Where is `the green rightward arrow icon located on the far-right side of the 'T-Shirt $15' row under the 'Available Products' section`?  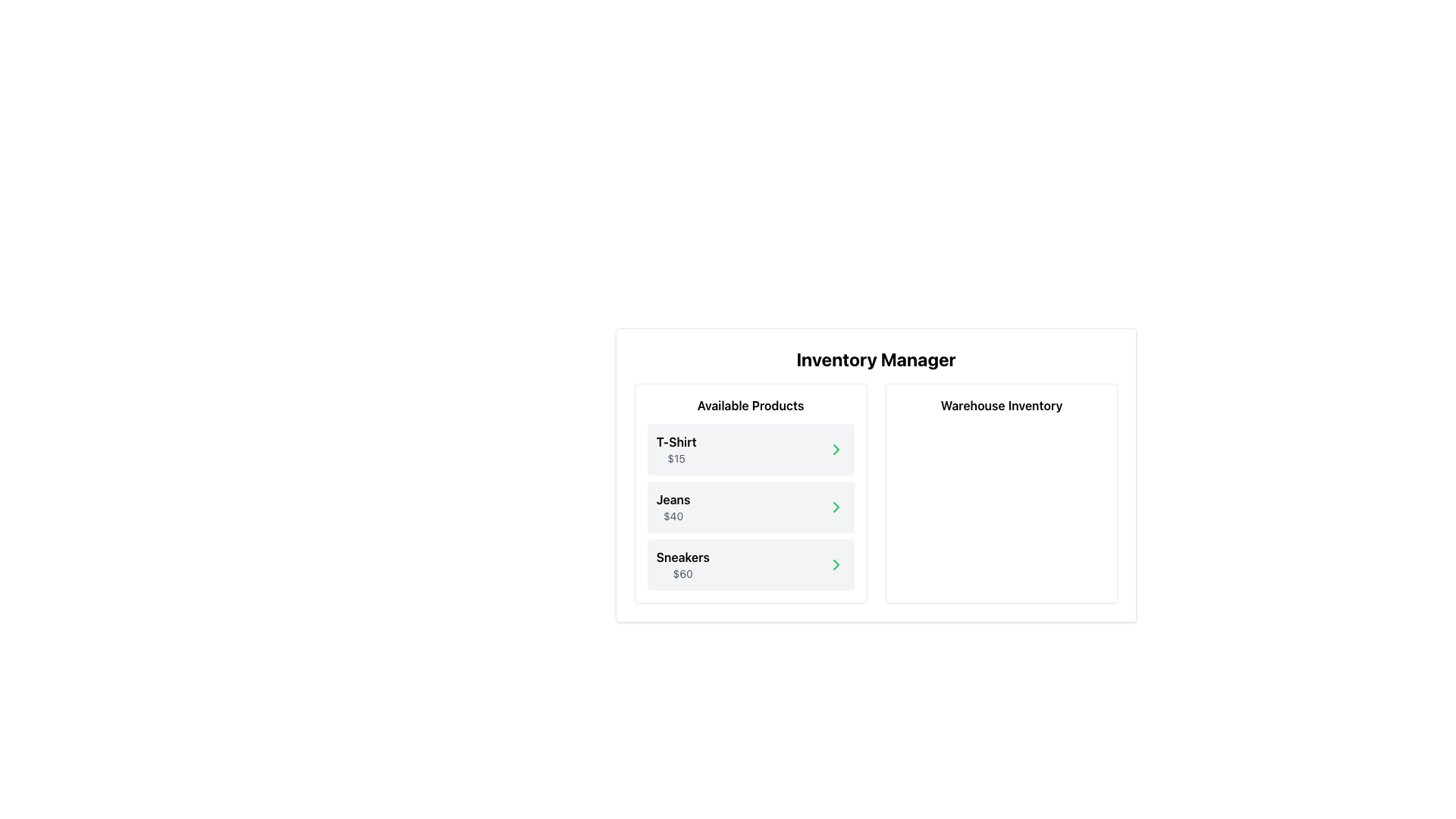
the green rightward arrow icon located on the far-right side of the 'T-Shirt $15' row under the 'Available Products' section is located at coordinates (835, 449).